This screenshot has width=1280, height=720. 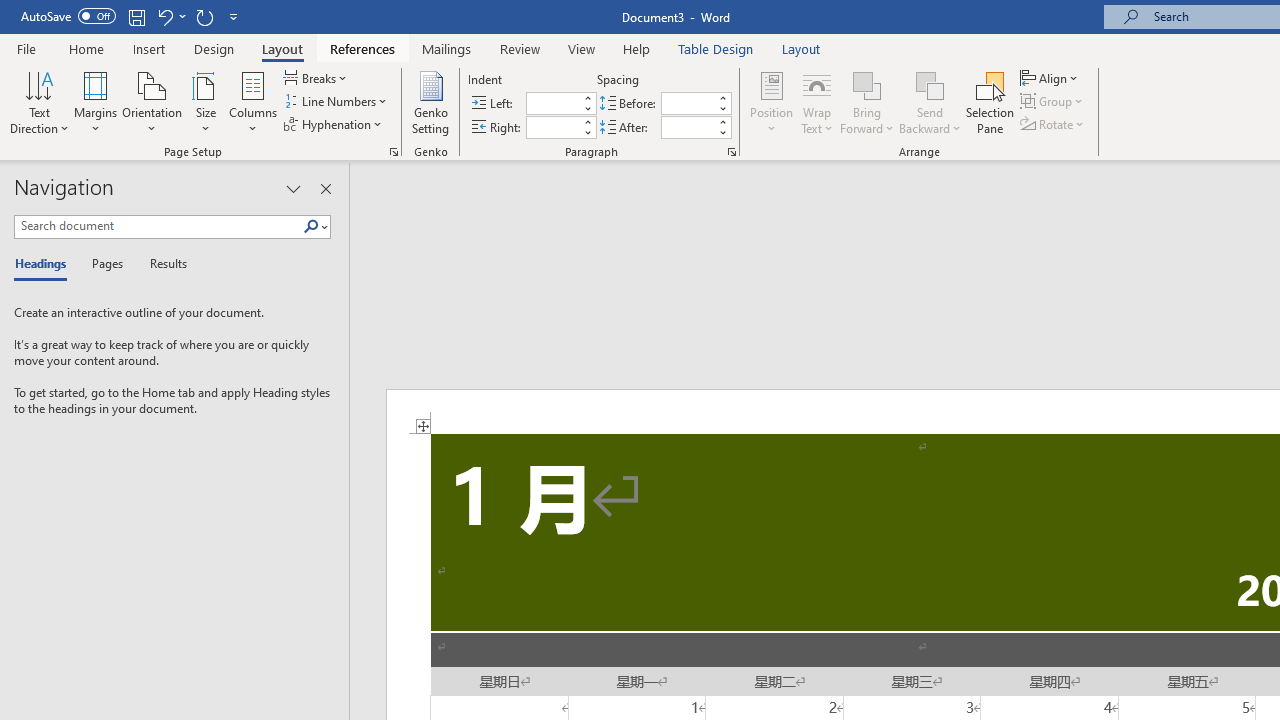 What do you see at coordinates (170, 16) in the screenshot?
I see `'Undo Insert Row Below'` at bounding box center [170, 16].